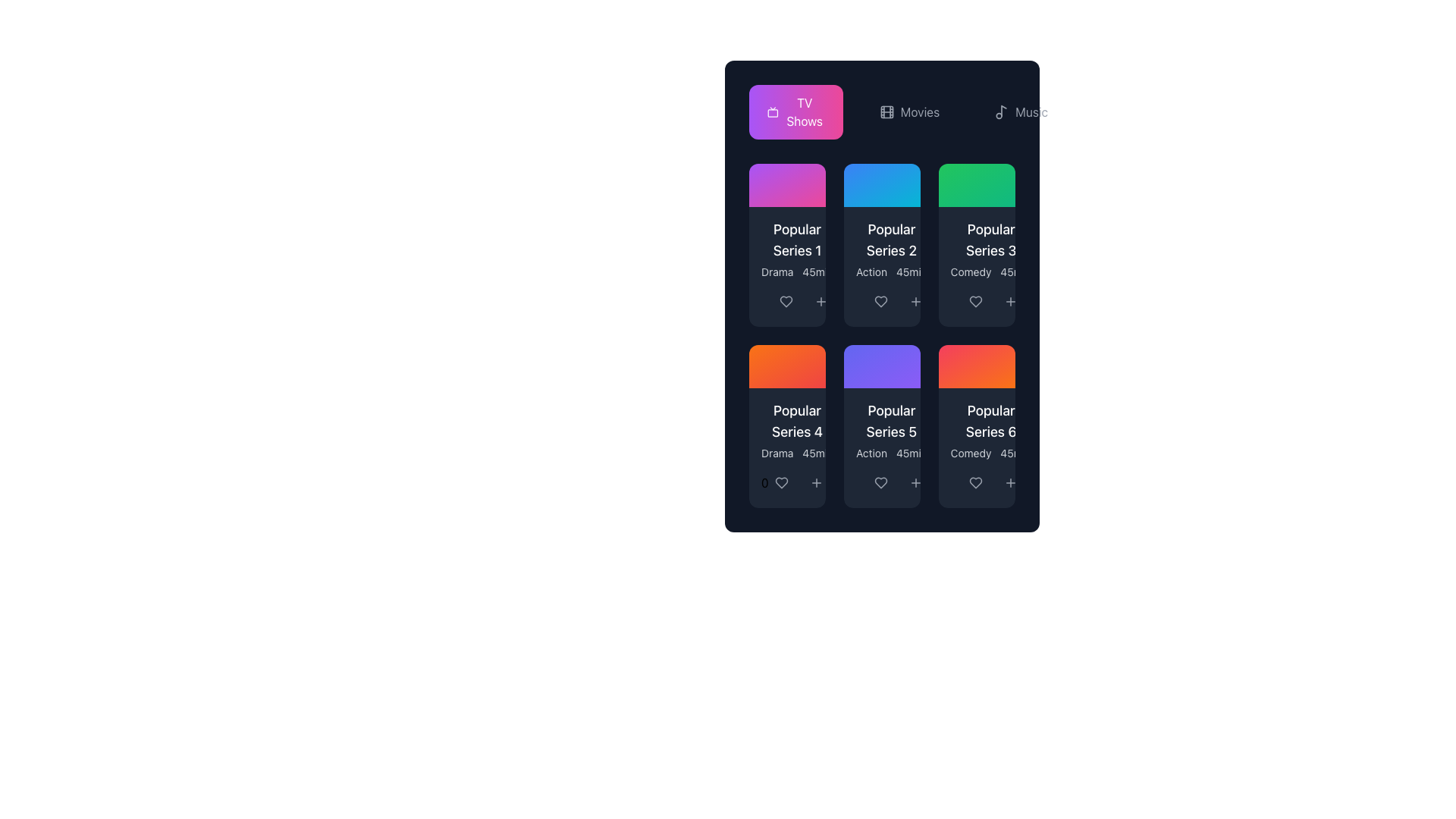 The height and width of the screenshot is (819, 1456). What do you see at coordinates (821, 301) in the screenshot?
I see `the second button in the horizontal group of three buttons below the 'Popular Series 1' card to change its color` at bounding box center [821, 301].